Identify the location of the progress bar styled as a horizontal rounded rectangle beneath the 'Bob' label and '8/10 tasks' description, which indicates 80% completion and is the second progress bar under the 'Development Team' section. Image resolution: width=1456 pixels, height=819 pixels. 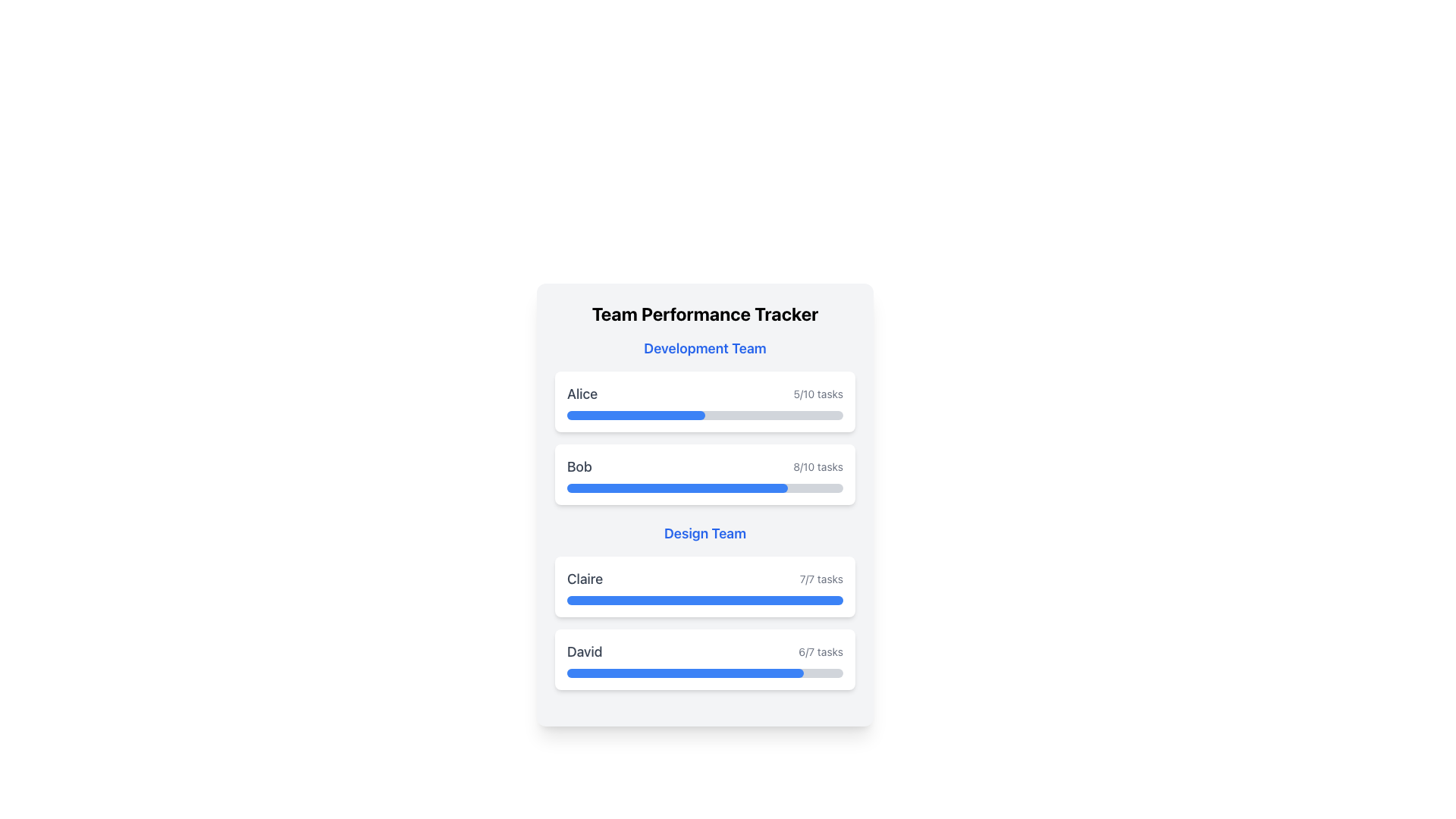
(704, 488).